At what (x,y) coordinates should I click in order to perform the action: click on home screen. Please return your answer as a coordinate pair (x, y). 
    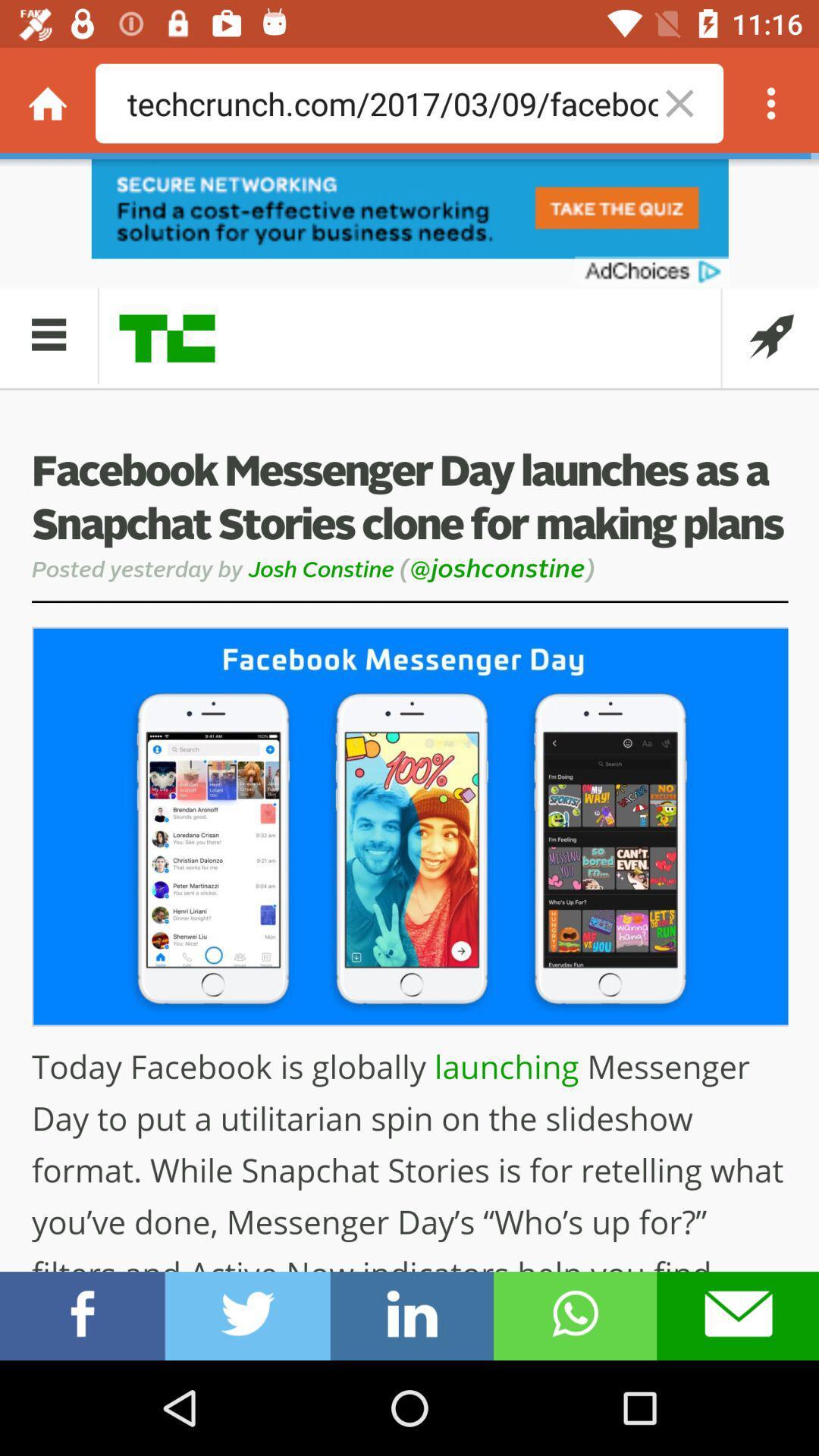
    Looking at the image, I should click on (46, 102).